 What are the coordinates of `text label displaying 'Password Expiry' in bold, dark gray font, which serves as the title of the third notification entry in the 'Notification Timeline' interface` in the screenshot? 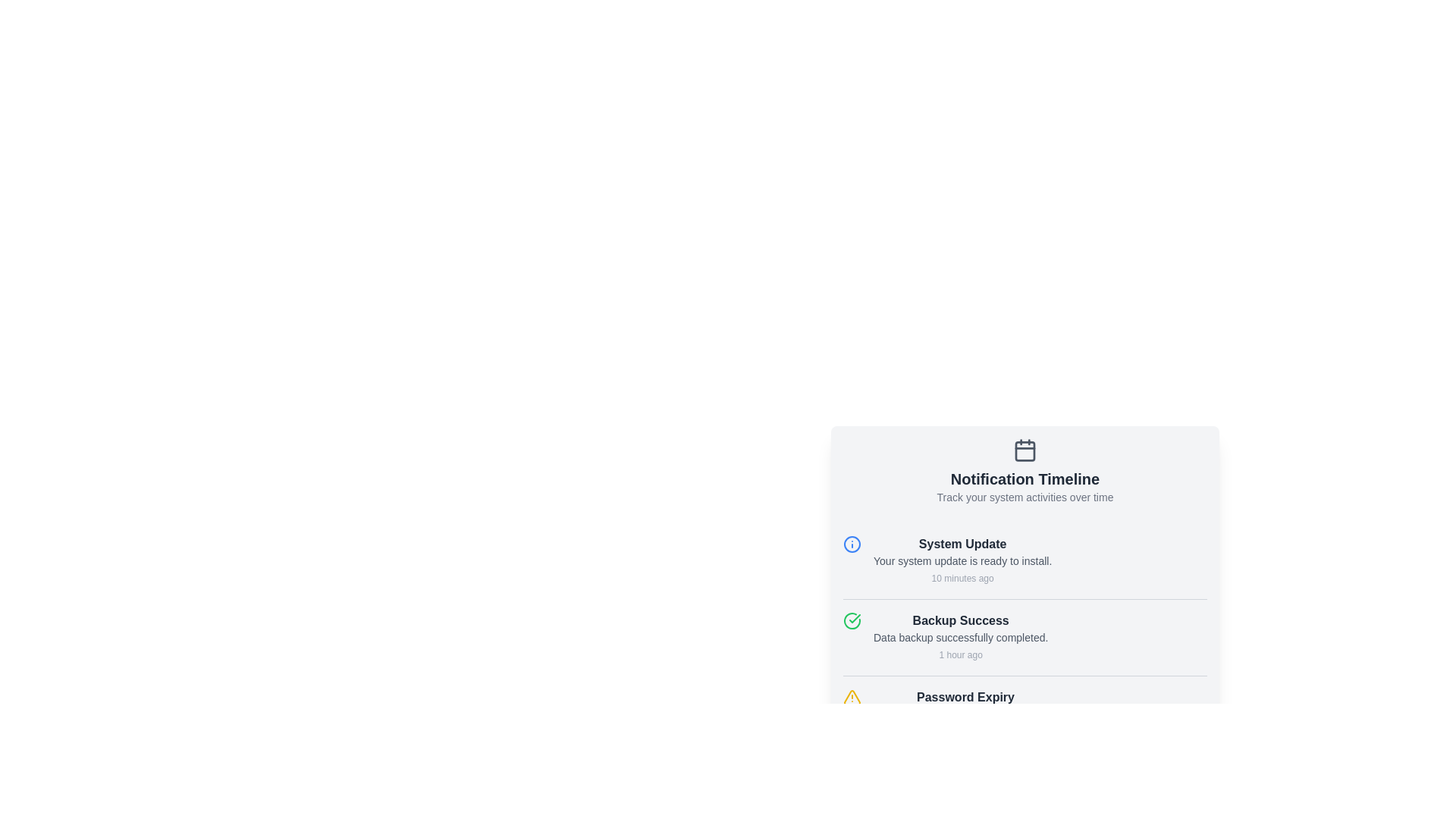 It's located at (965, 698).